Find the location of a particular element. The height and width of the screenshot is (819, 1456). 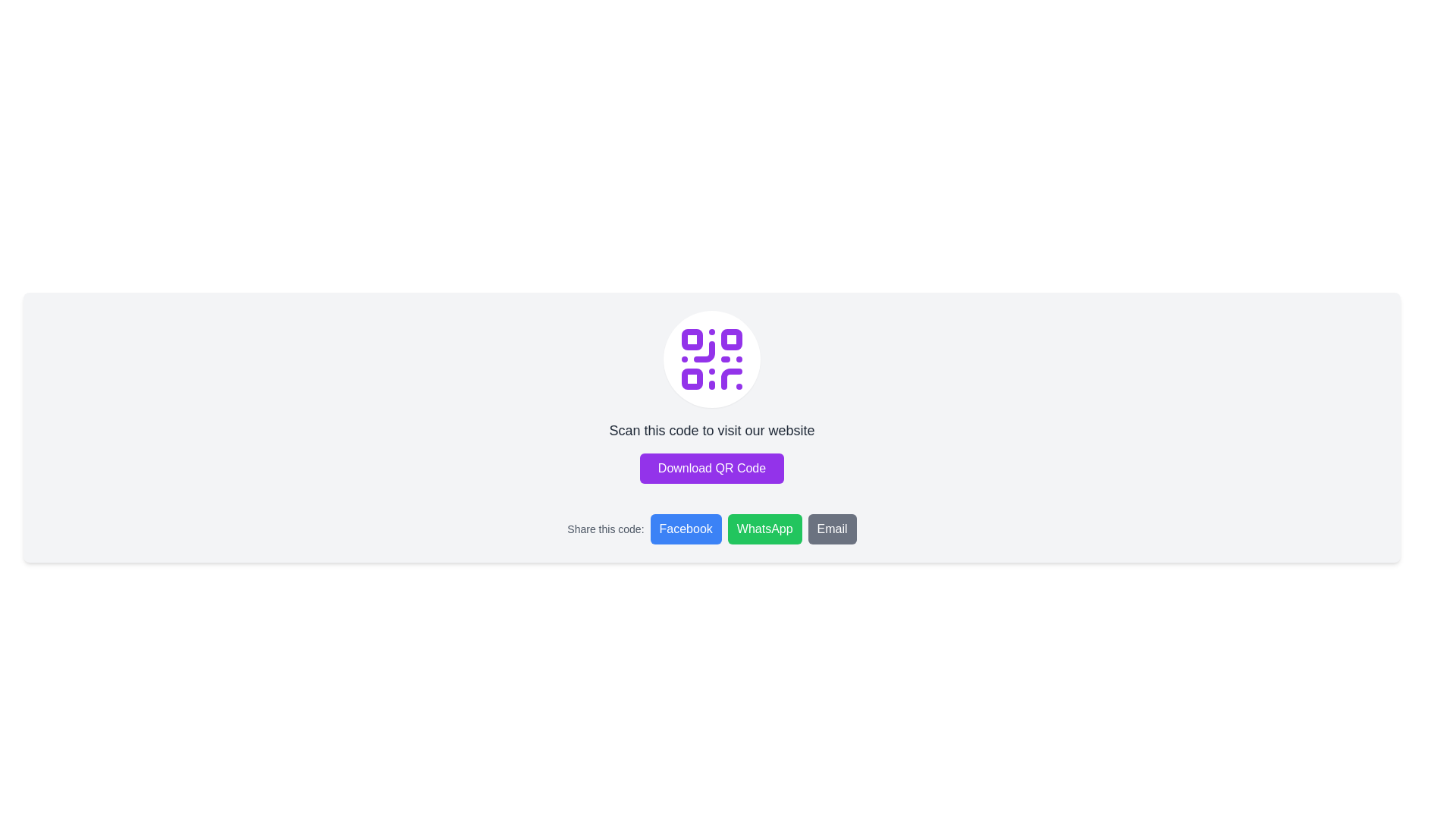

the decorative square, which is the second square of the three larger squares in the QR code that encodes information for scanning is located at coordinates (731, 338).